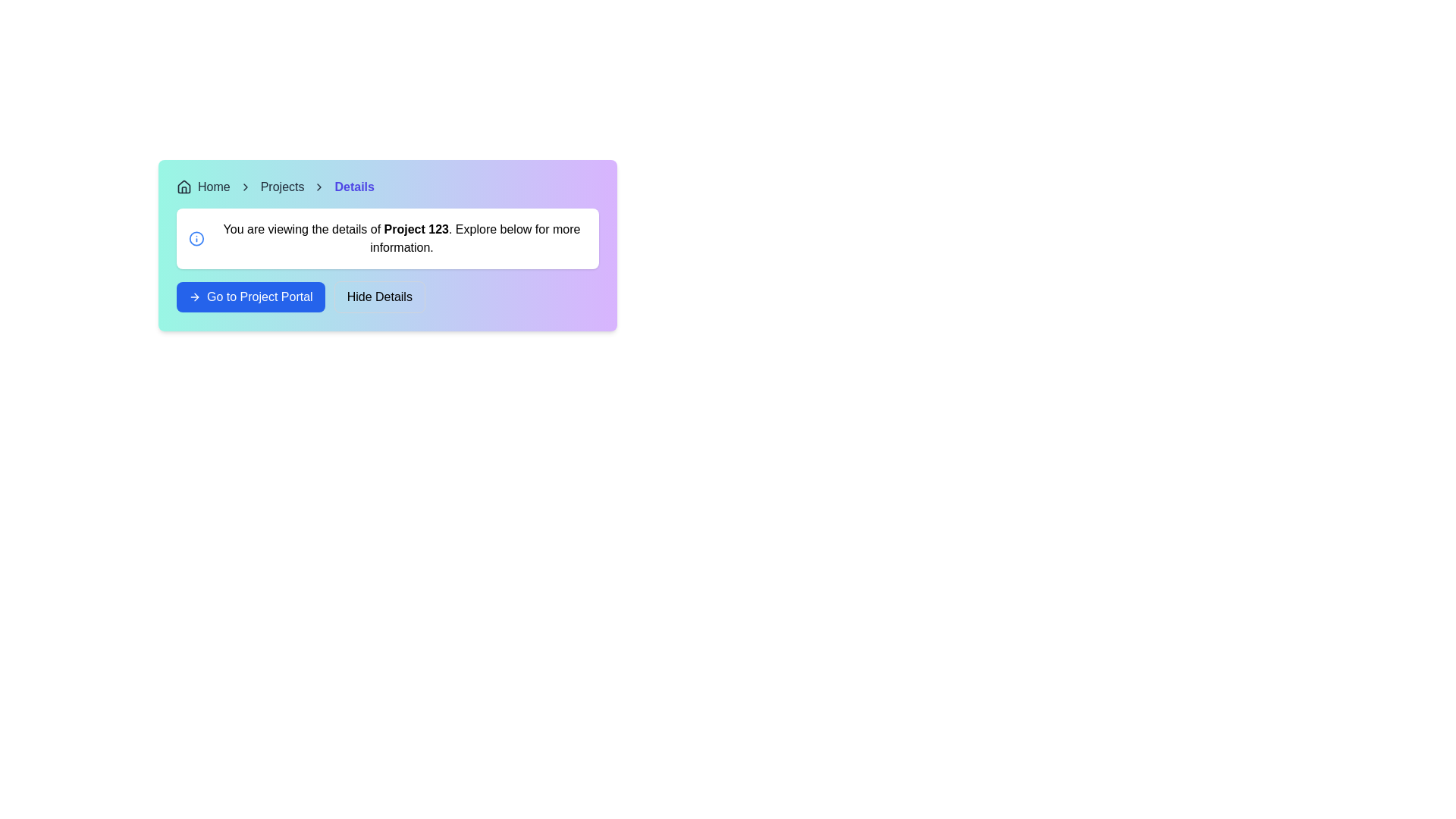 The image size is (1456, 819). What do you see at coordinates (213, 186) in the screenshot?
I see `the 'Home' text label in the breadcrumb navigation, which is styled in a dark font color and positioned immediately to the right of the house icon` at bounding box center [213, 186].